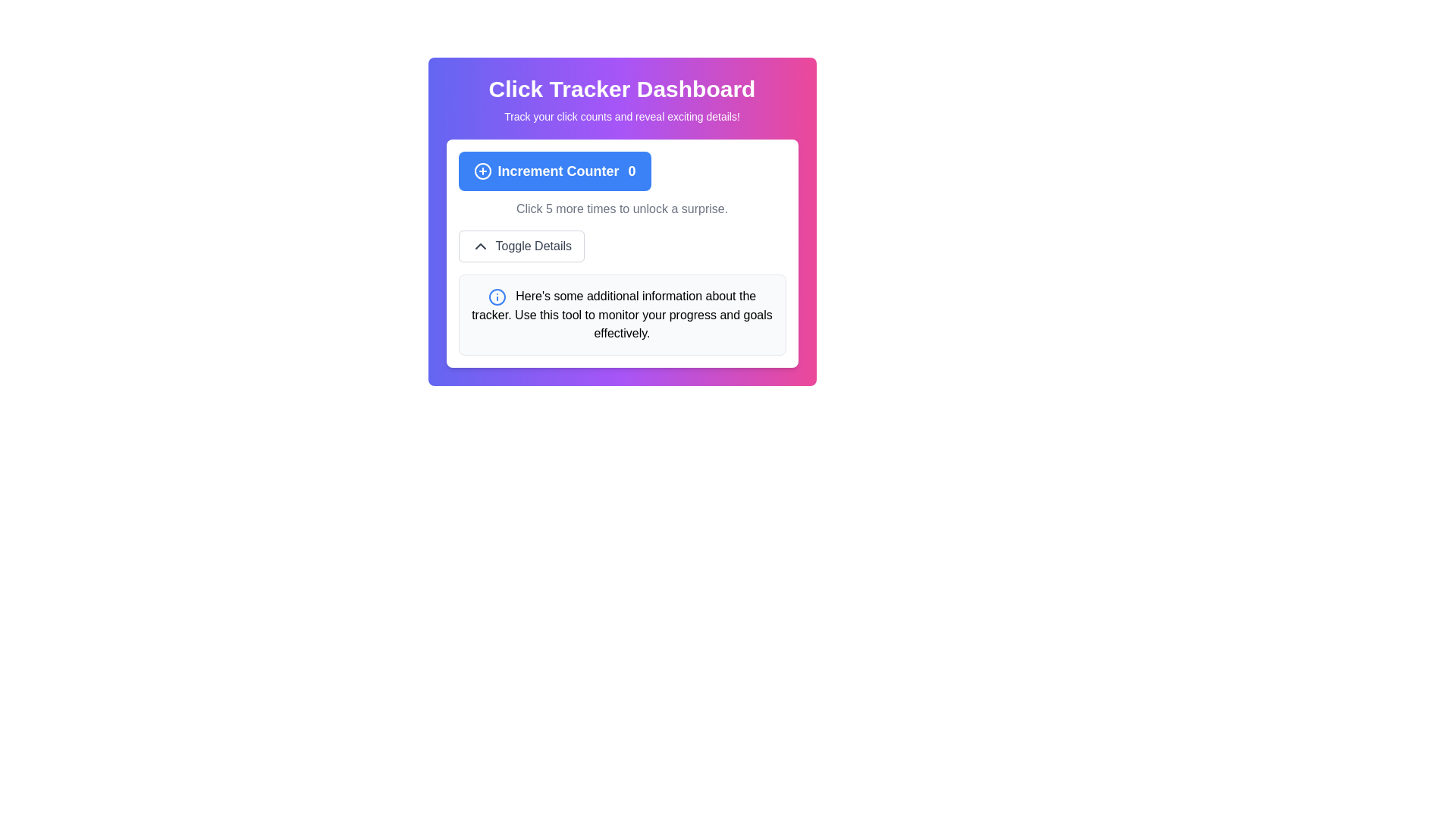 Image resolution: width=1456 pixels, height=819 pixels. I want to click on the Title Section which features a gradient background and contains the text 'Click Tracker Dashboard' and the subtitle 'Track your click counts and reveal exciting details!', so click(622, 99).